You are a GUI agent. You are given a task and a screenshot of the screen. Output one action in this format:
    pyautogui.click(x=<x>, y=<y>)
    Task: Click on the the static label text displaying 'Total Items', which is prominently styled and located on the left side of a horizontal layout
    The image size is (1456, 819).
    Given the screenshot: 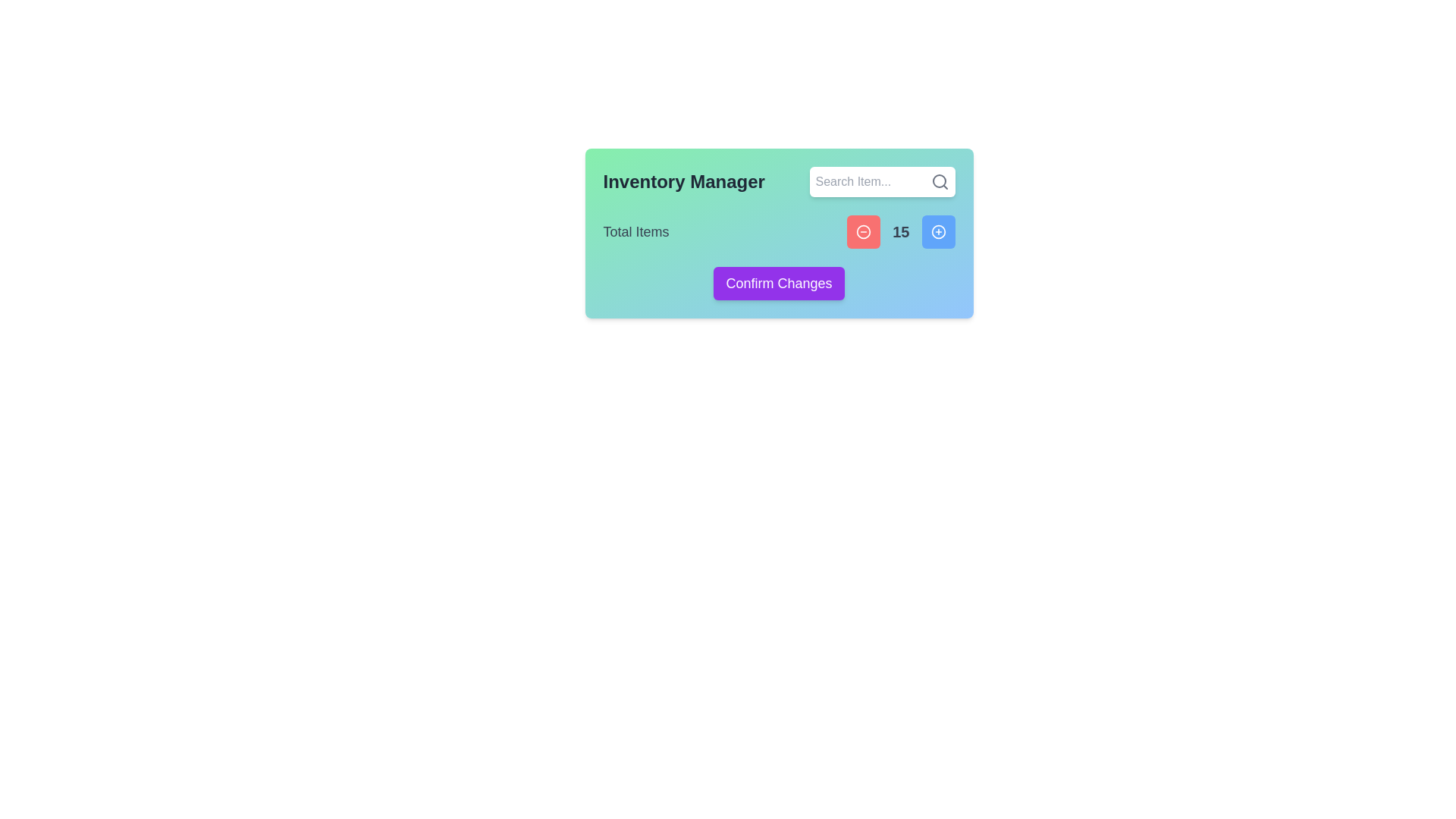 What is the action you would take?
    pyautogui.click(x=636, y=231)
    